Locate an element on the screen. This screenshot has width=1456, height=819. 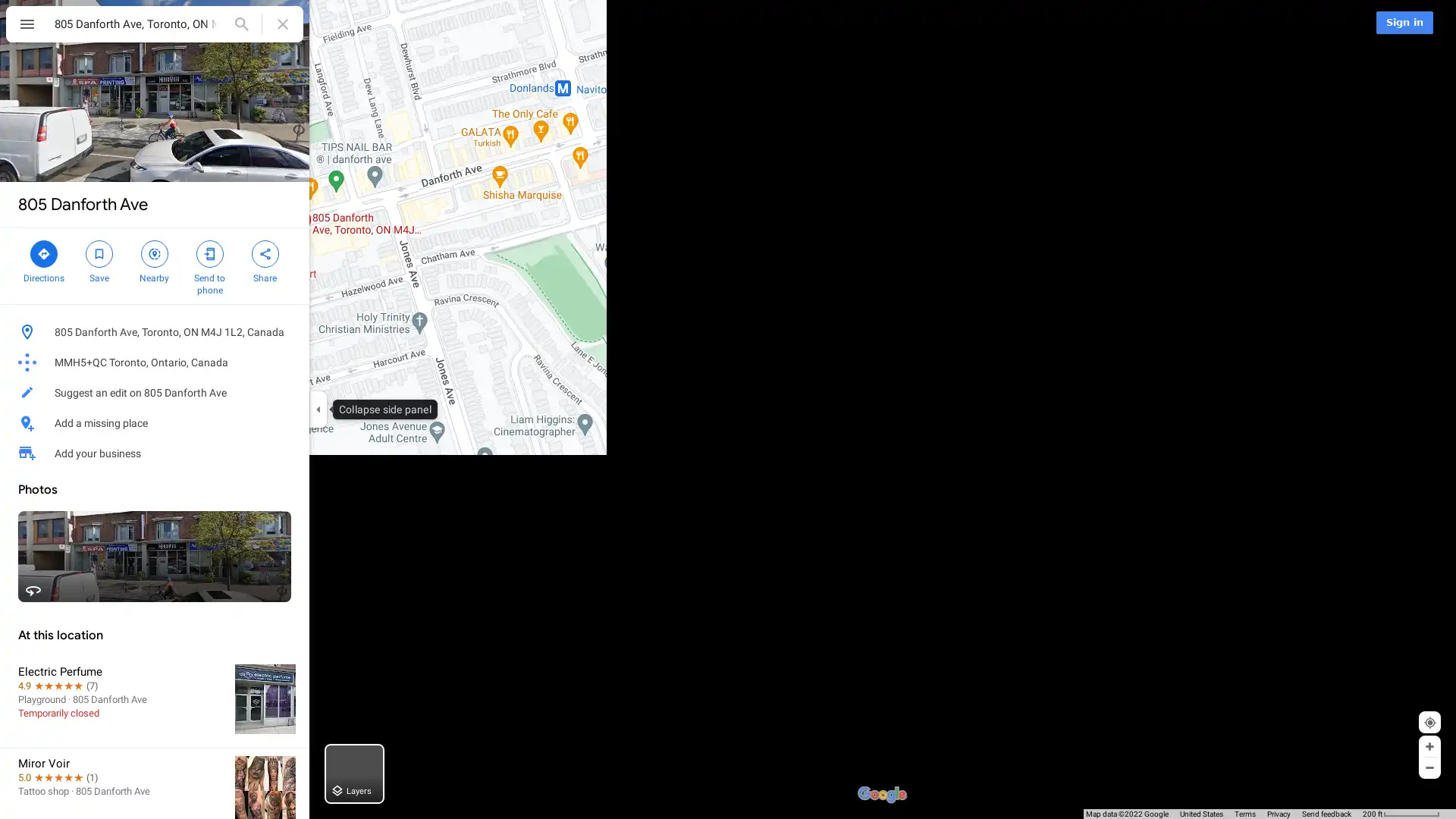
200 ft is located at coordinates (1401, 813).